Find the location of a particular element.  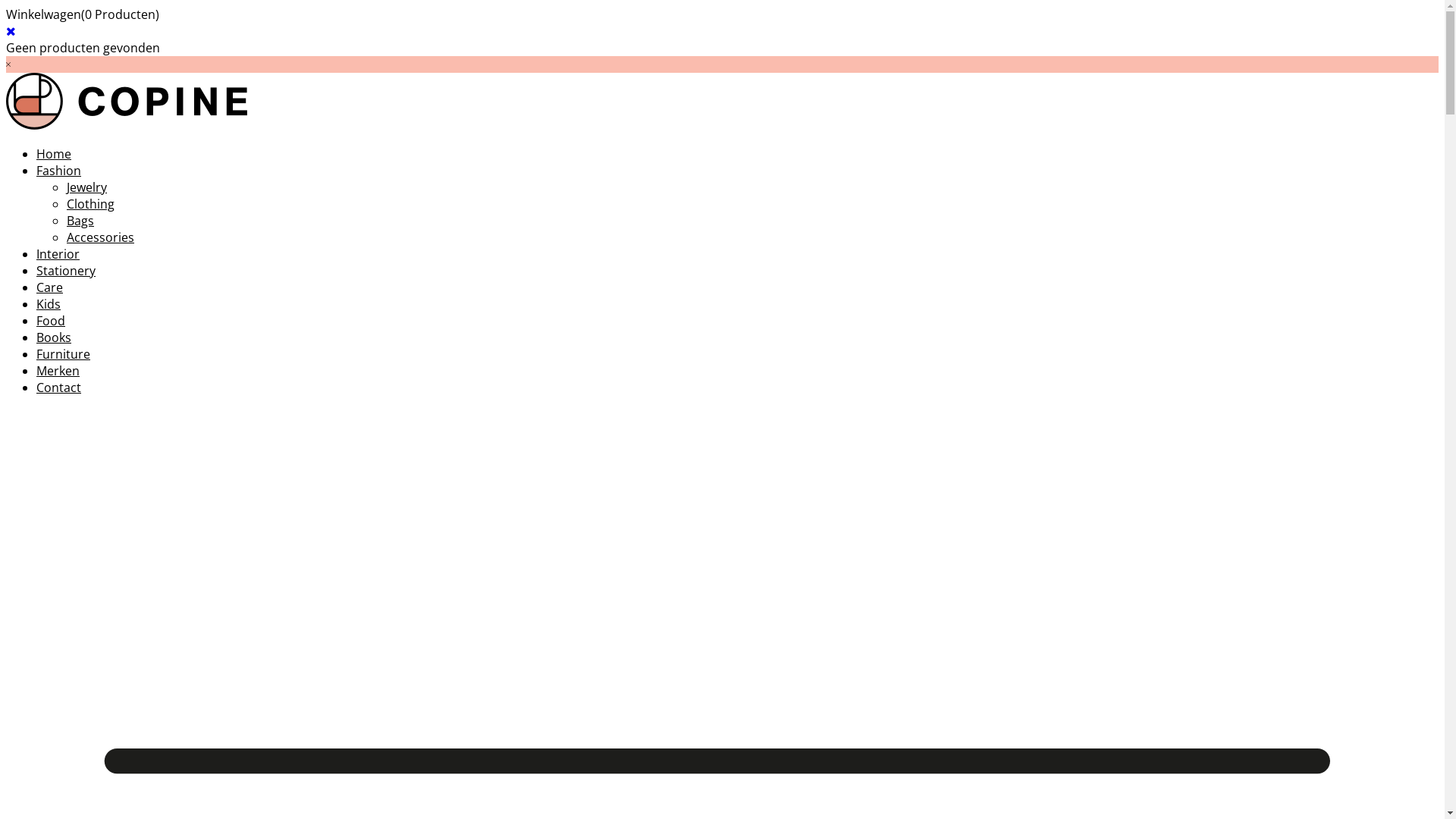

'Stationery' is located at coordinates (64, 270).